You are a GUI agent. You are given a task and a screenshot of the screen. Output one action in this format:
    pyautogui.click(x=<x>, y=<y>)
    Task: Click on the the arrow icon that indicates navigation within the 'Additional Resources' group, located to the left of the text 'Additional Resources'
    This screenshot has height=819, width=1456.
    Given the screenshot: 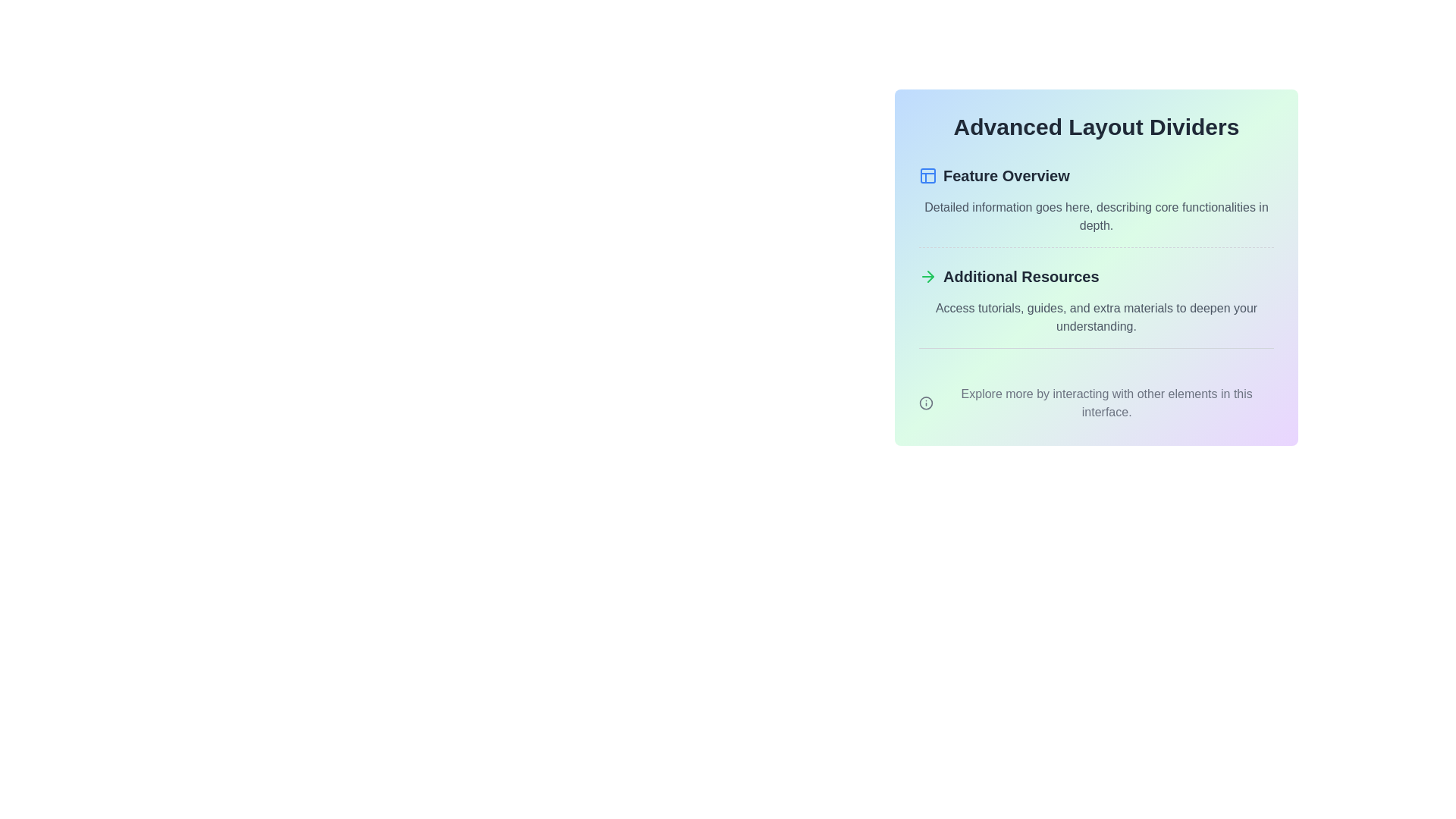 What is the action you would take?
    pyautogui.click(x=927, y=277)
    